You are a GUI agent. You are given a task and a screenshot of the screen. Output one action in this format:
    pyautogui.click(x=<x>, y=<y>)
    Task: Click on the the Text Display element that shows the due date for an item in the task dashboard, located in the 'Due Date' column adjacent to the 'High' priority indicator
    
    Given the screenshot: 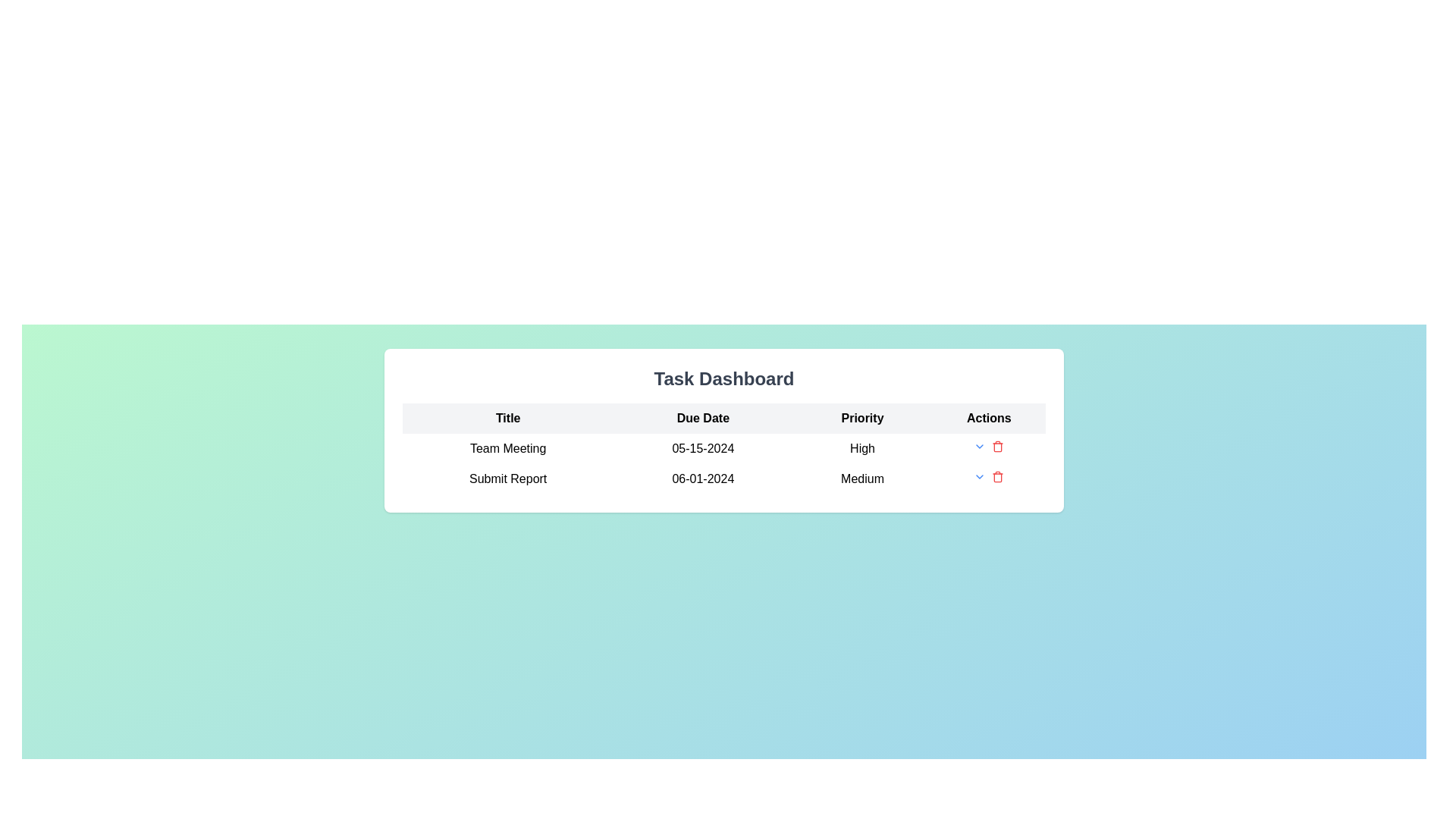 What is the action you would take?
    pyautogui.click(x=702, y=447)
    